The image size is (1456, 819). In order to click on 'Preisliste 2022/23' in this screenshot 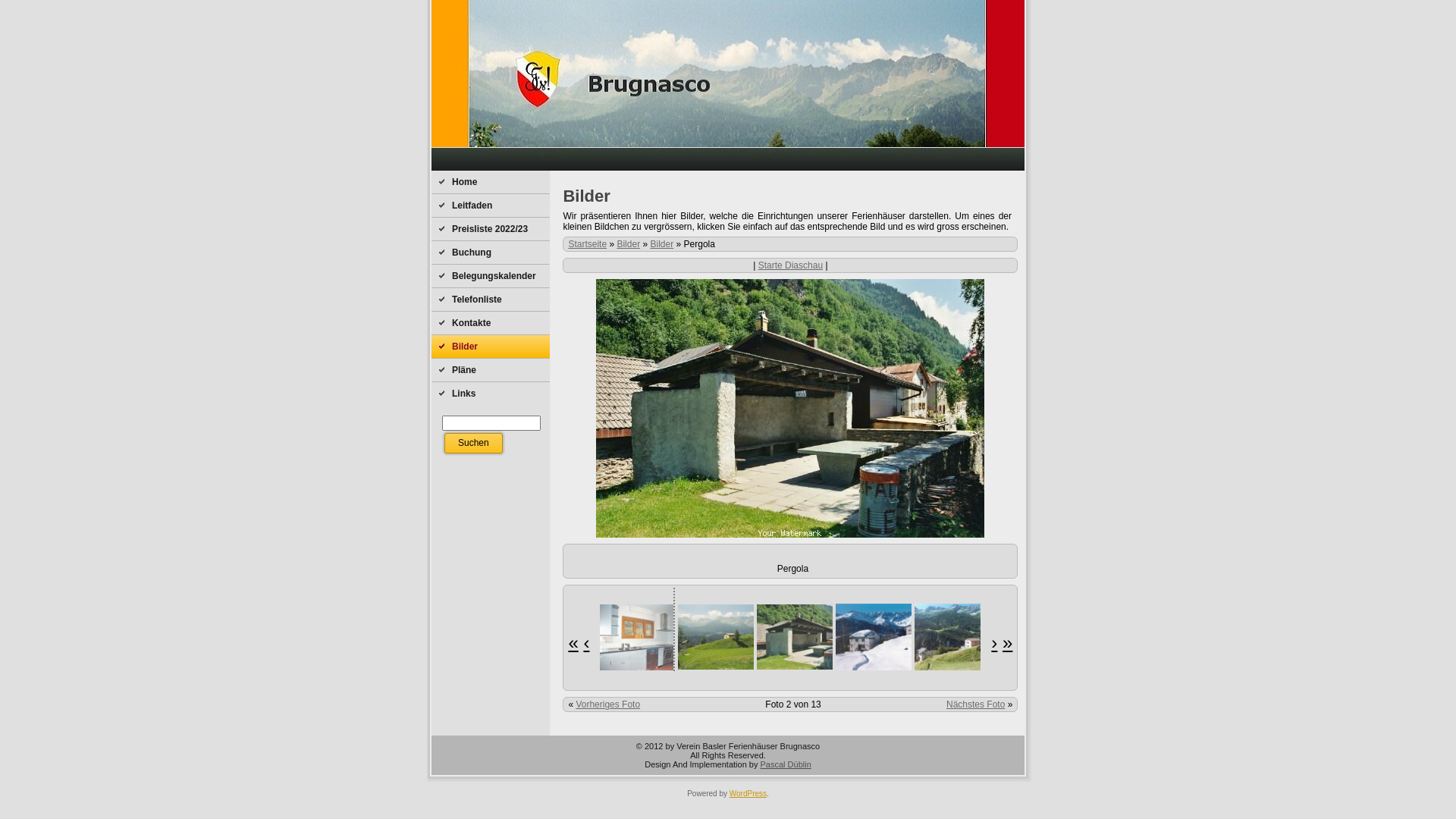, I will do `click(491, 228)`.